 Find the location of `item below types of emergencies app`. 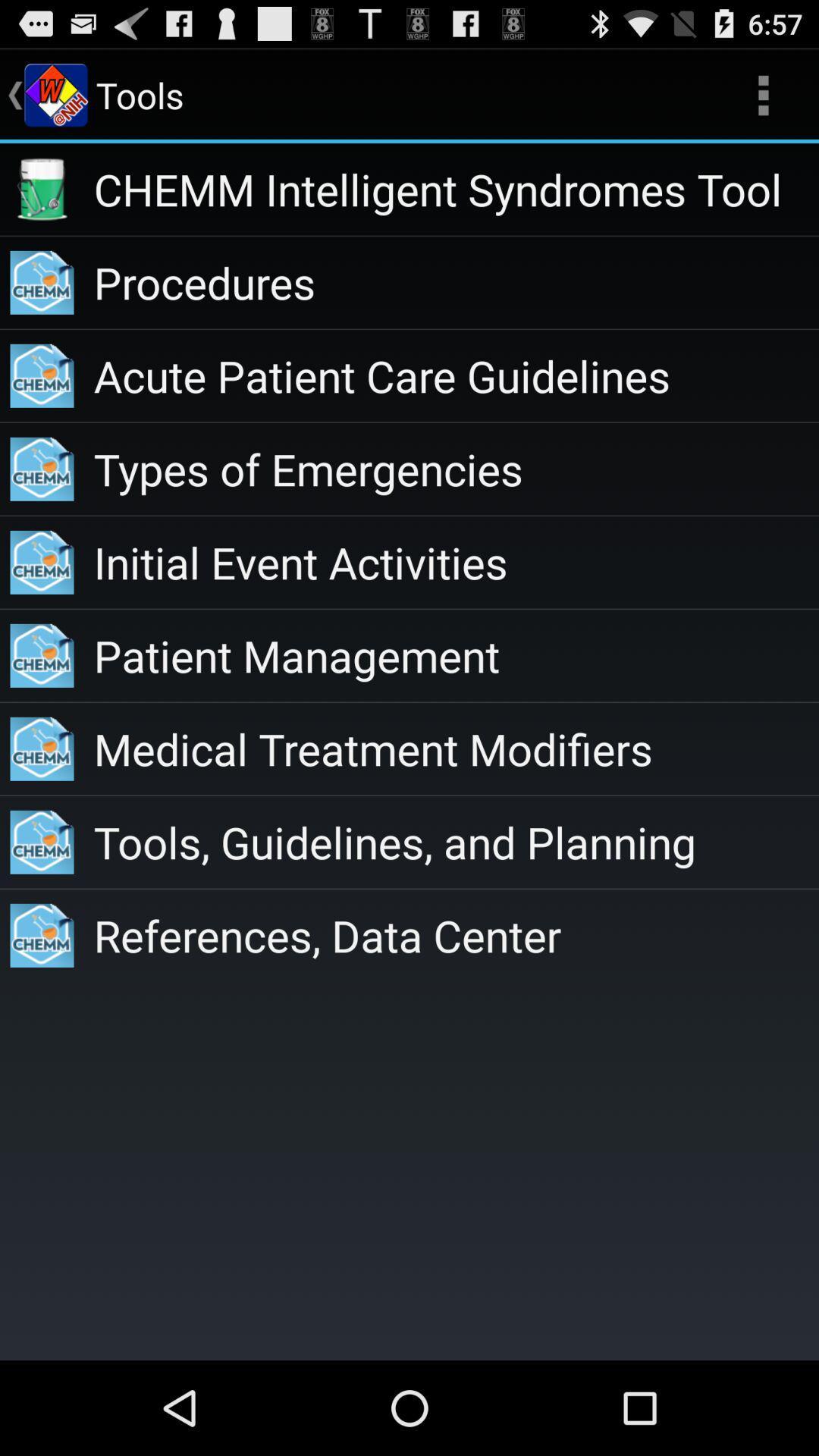

item below types of emergencies app is located at coordinates (455, 561).